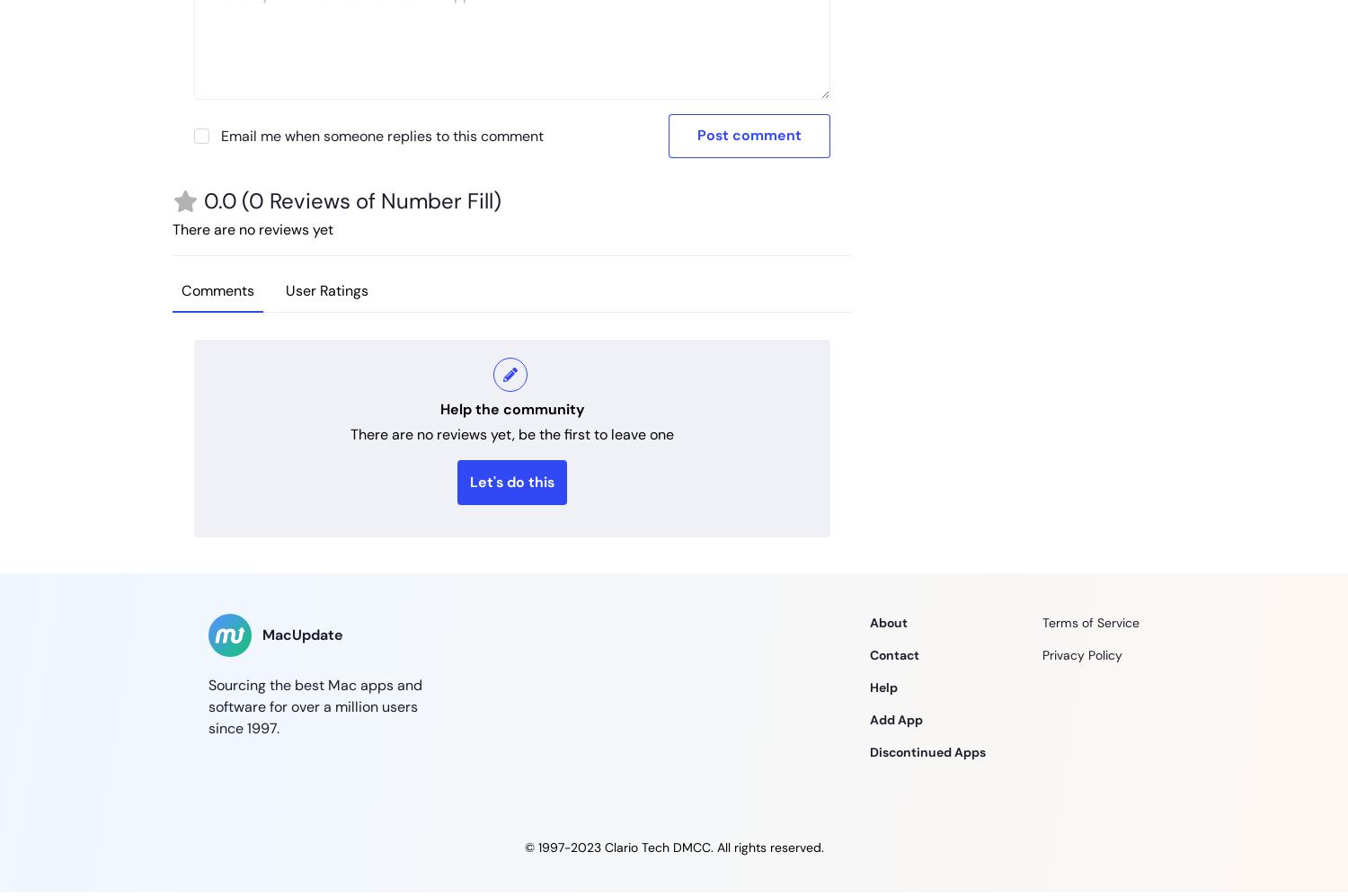 The height and width of the screenshot is (896, 1348). I want to click on ')', so click(497, 200).